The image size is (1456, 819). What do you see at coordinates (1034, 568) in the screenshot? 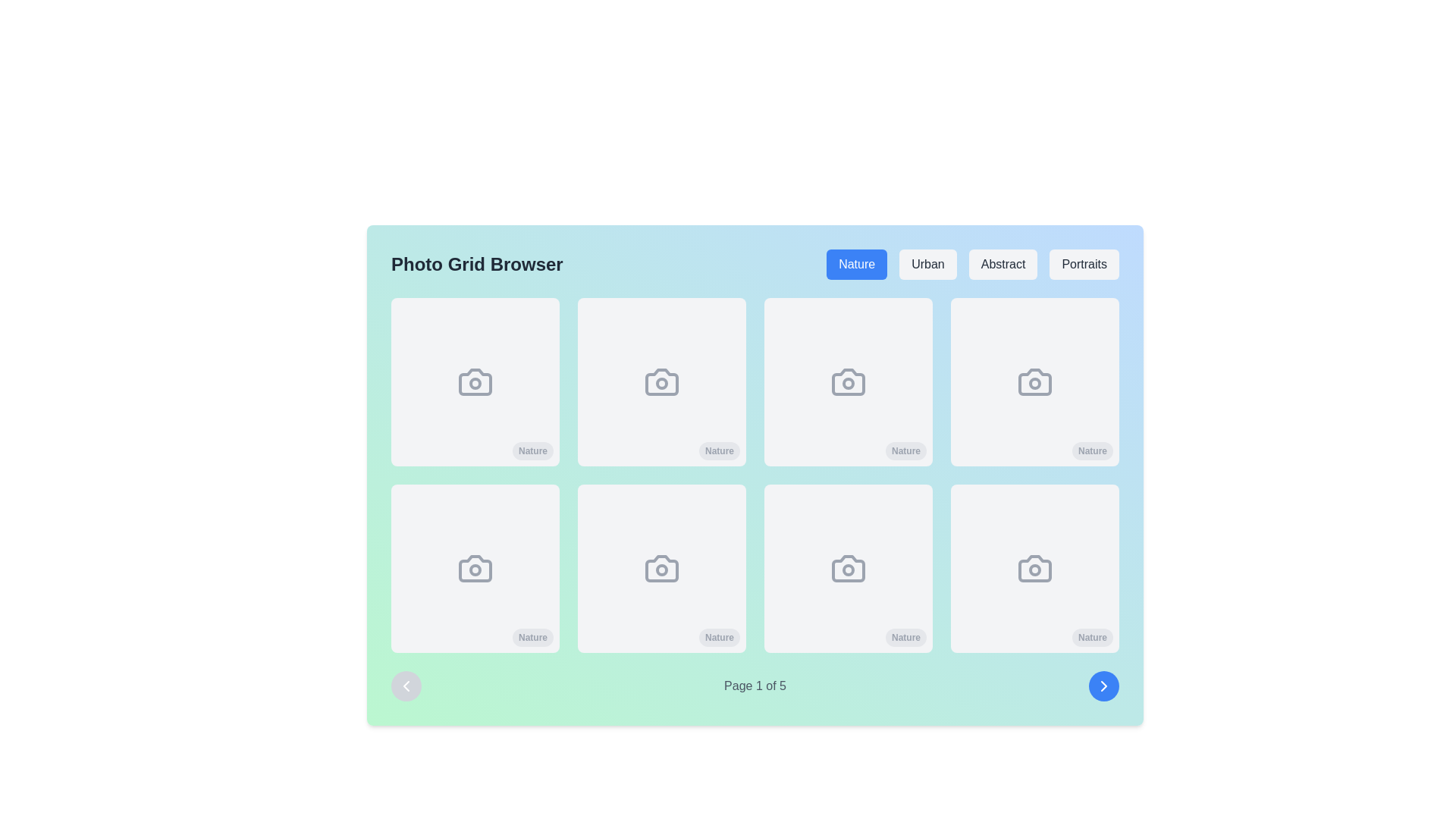
I see `the grid item with a light gray background containing a camera icon and a 'Nature' label` at bounding box center [1034, 568].